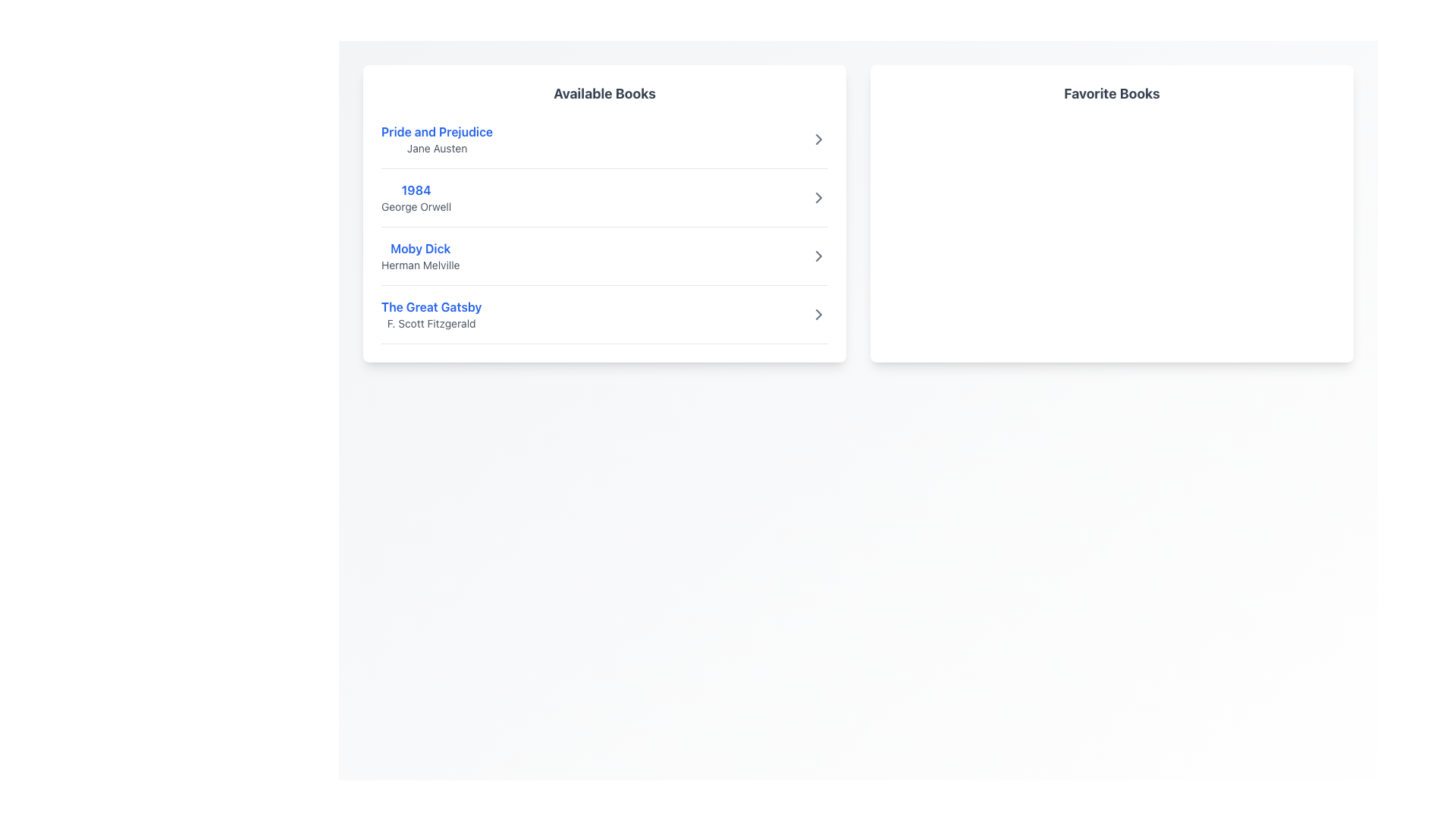 The image size is (1456, 819). What do you see at coordinates (420, 247) in the screenshot?
I see `text label 'Moby Dick' which is styled bold and blue, making it appear as a clickable link within the 'Available Books' section` at bounding box center [420, 247].